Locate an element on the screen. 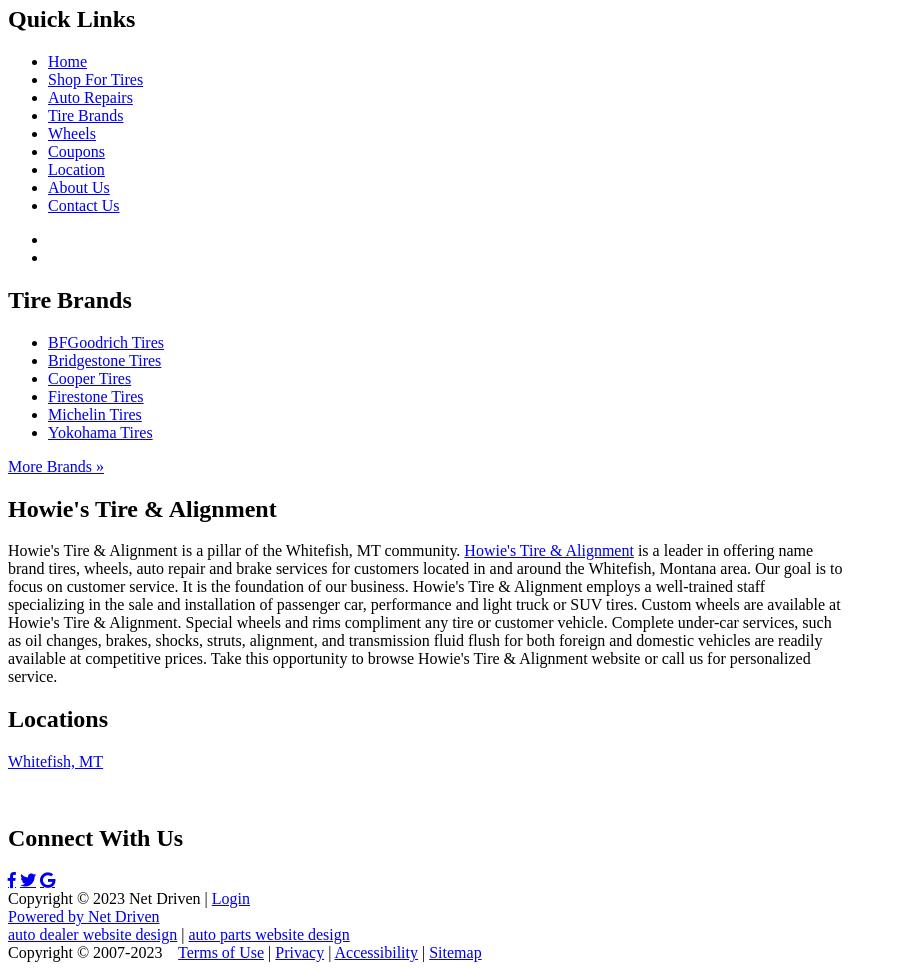 This screenshot has height=969, width=908. 'Firestone Tires' is located at coordinates (48, 395).